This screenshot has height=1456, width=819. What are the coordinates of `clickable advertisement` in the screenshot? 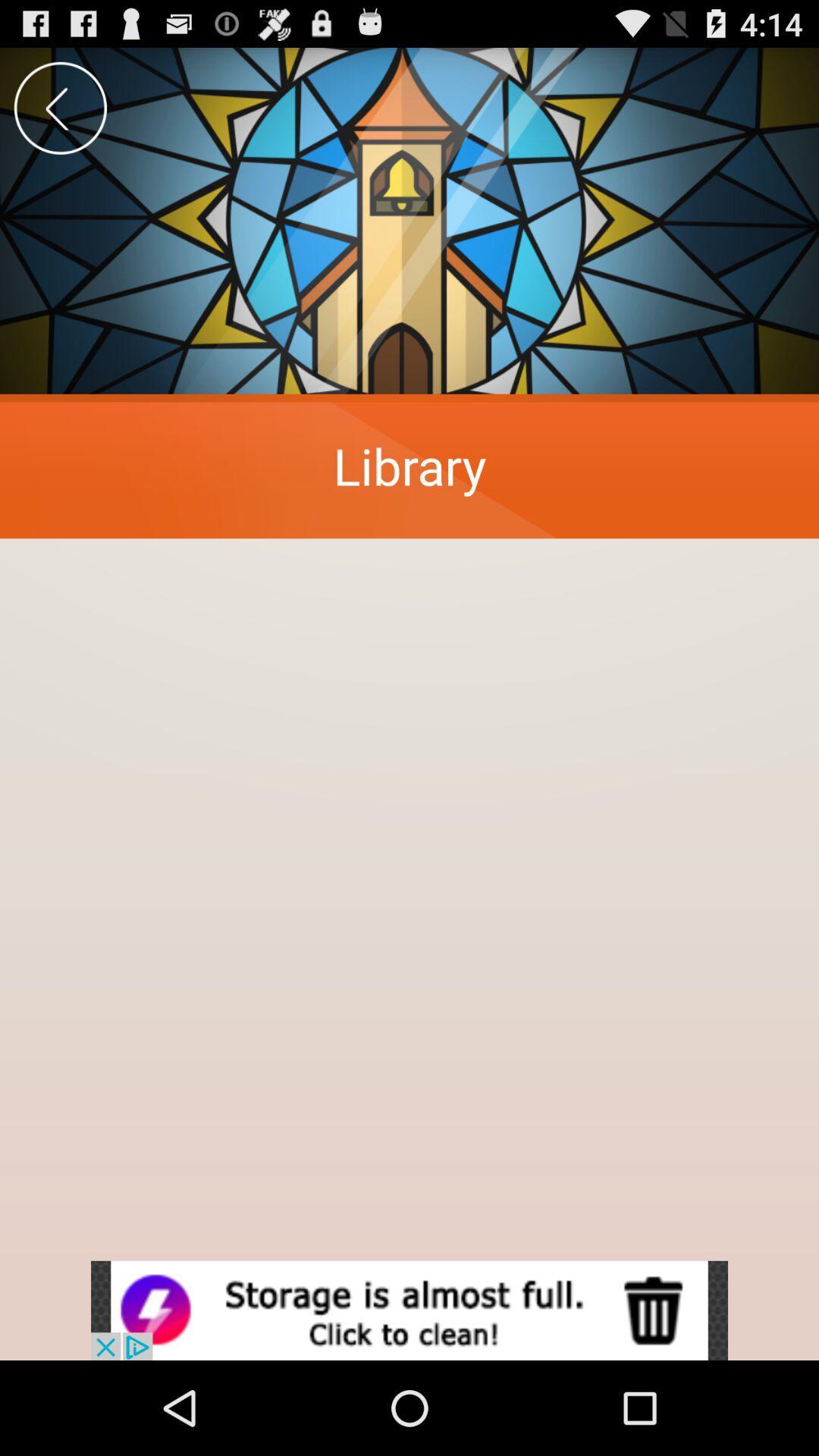 It's located at (409, 1310).